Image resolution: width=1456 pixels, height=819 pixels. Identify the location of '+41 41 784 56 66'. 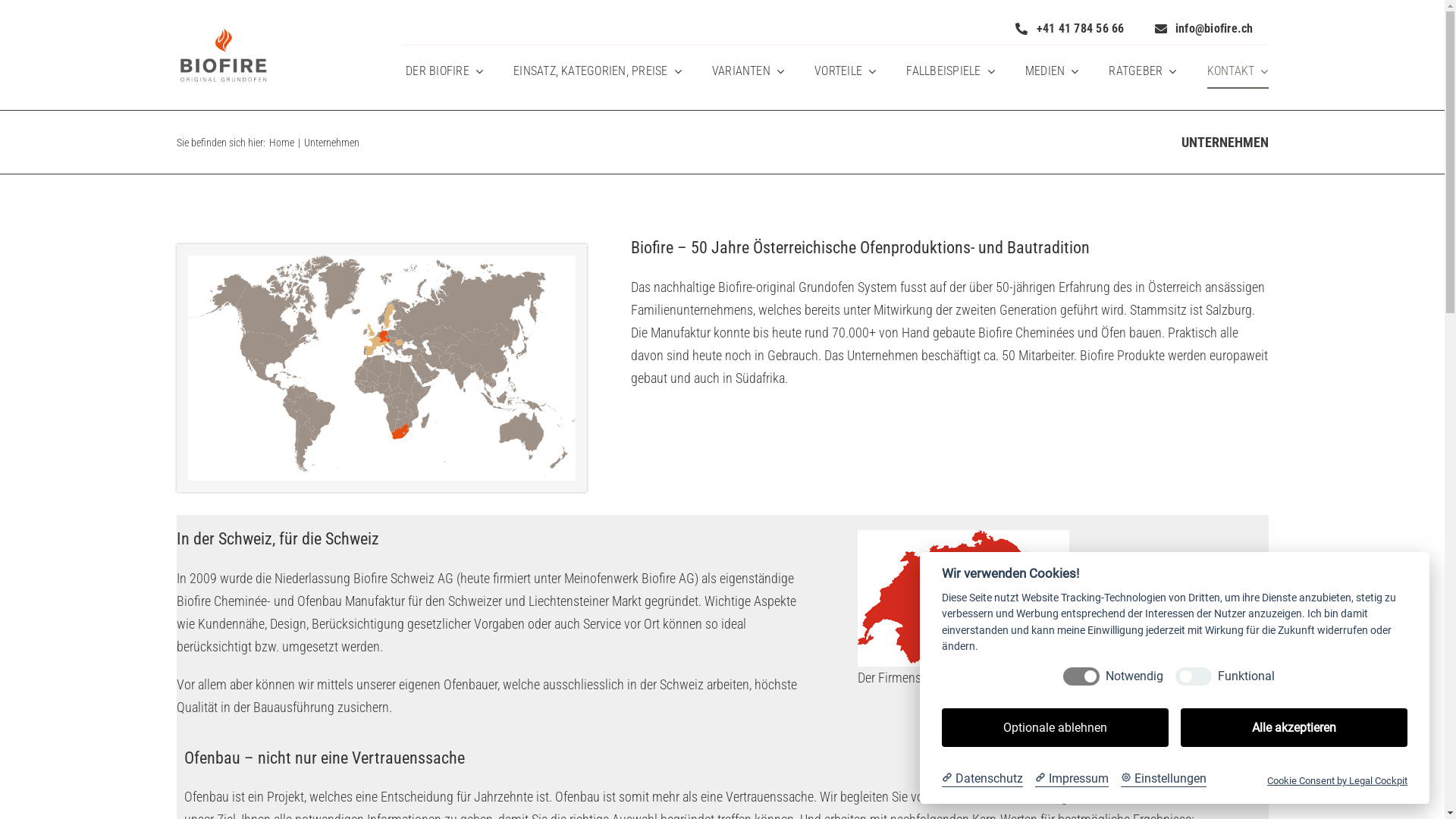
(1068, 28).